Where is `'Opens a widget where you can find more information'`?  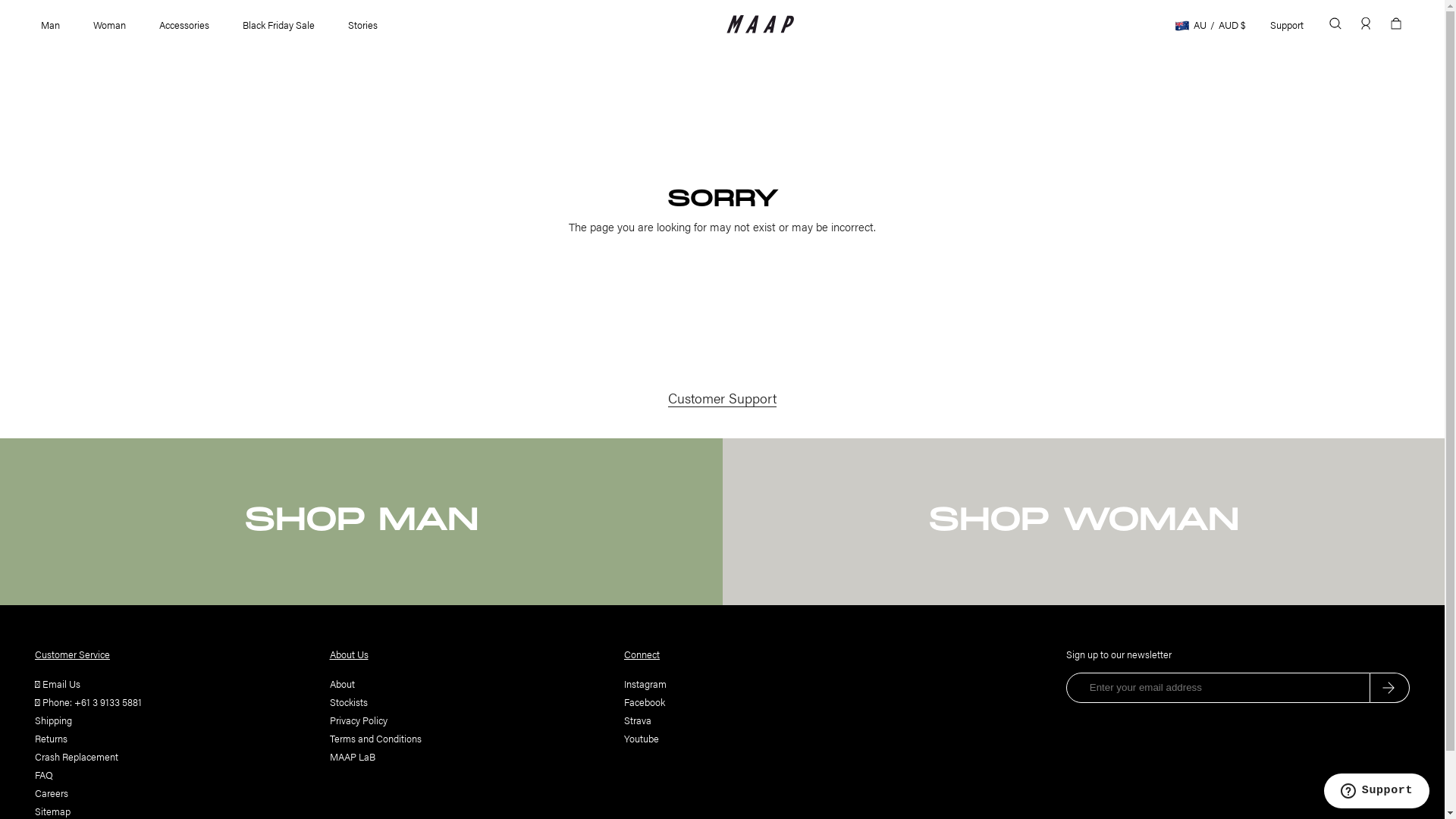 'Opens a widget where you can find more information' is located at coordinates (1376, 792).